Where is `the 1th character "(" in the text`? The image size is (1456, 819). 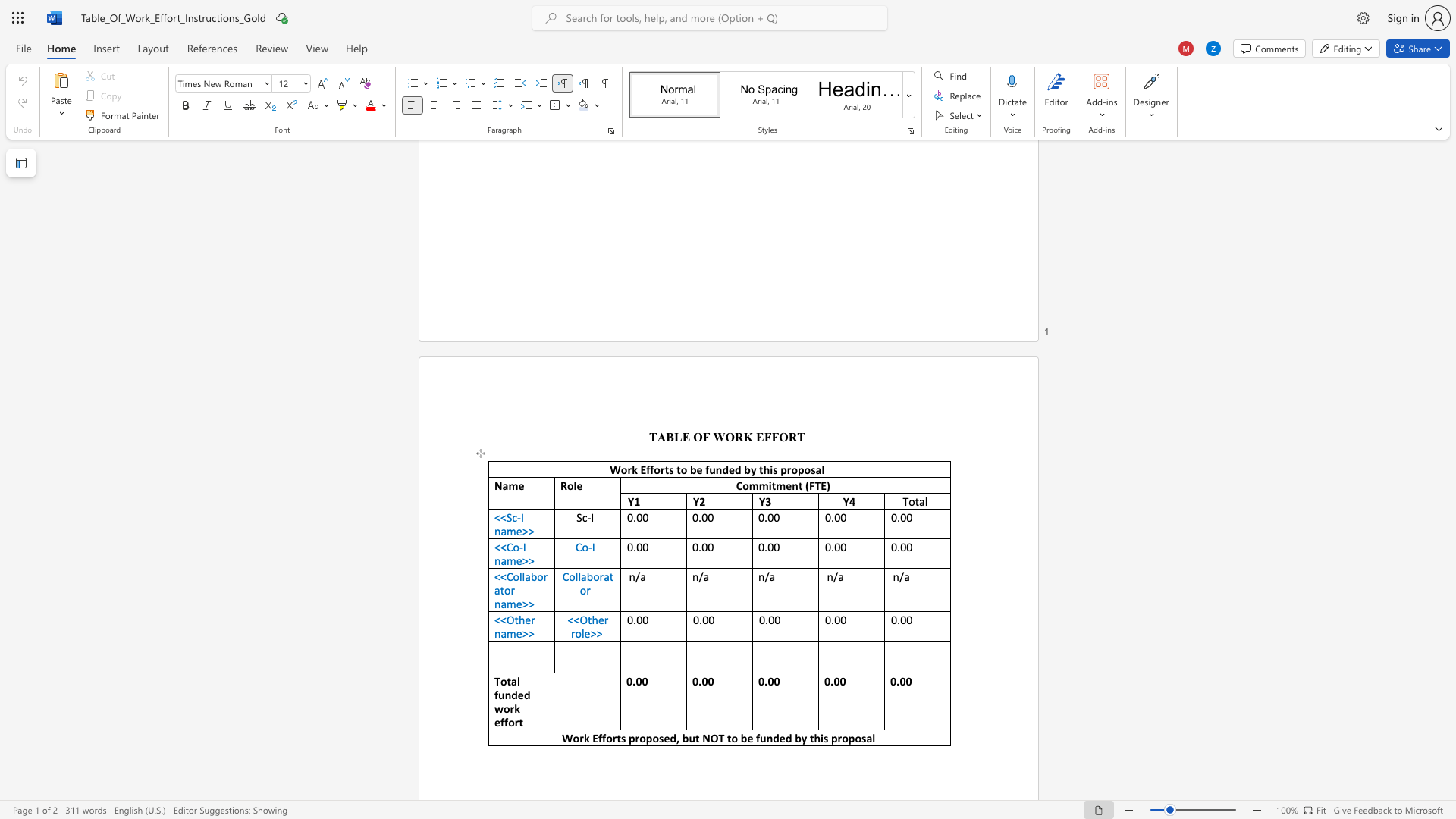 the 1th character "(" in the text is located at coordinates (806, 485).